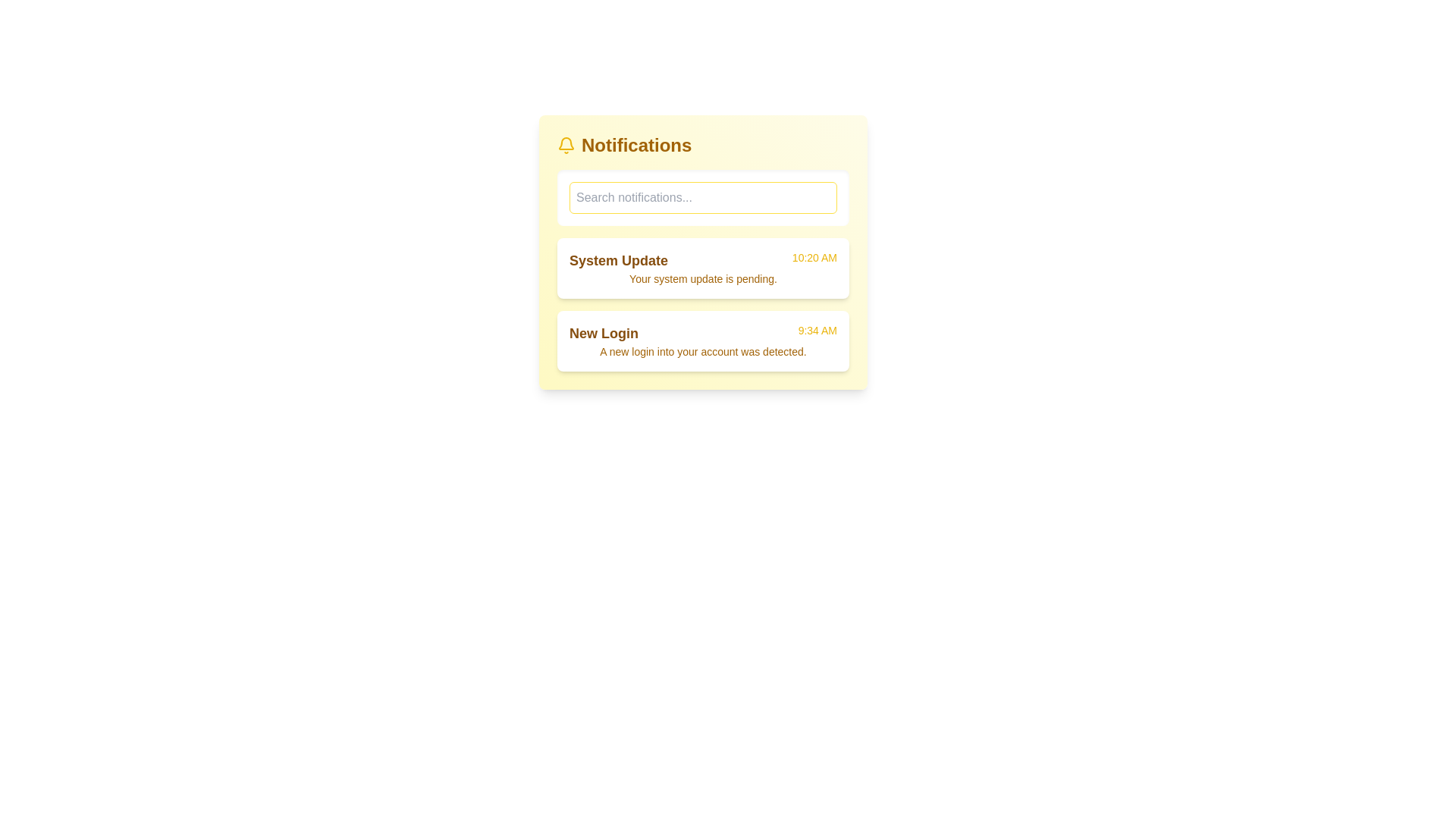  Describe the element at coordinates (702, 197) in the screenshot. I see `the search input field to focus on it` at that location.